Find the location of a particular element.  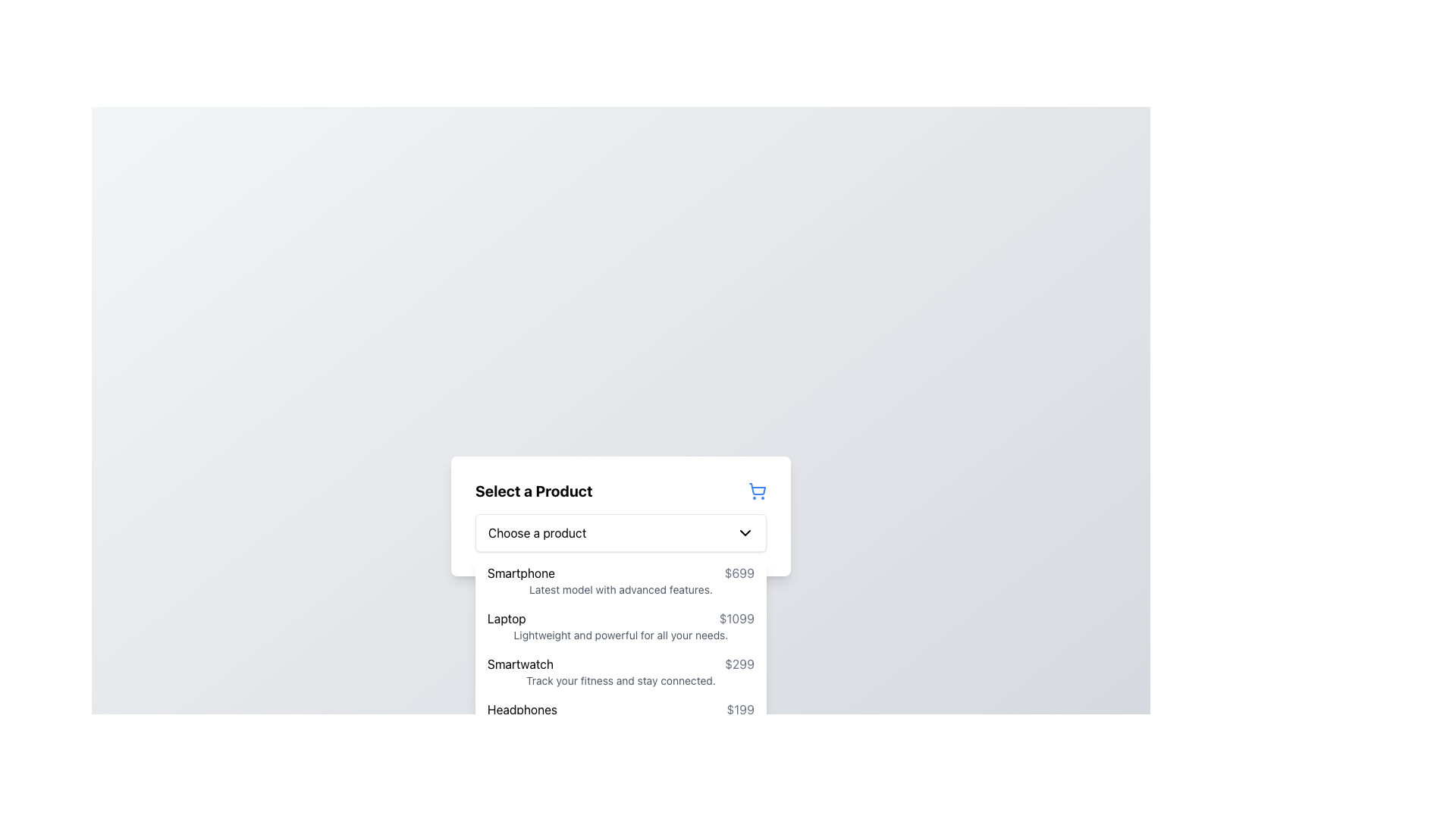

the 'Smartphone' text label in the dropdown menu is located at coordinates (521, 573).